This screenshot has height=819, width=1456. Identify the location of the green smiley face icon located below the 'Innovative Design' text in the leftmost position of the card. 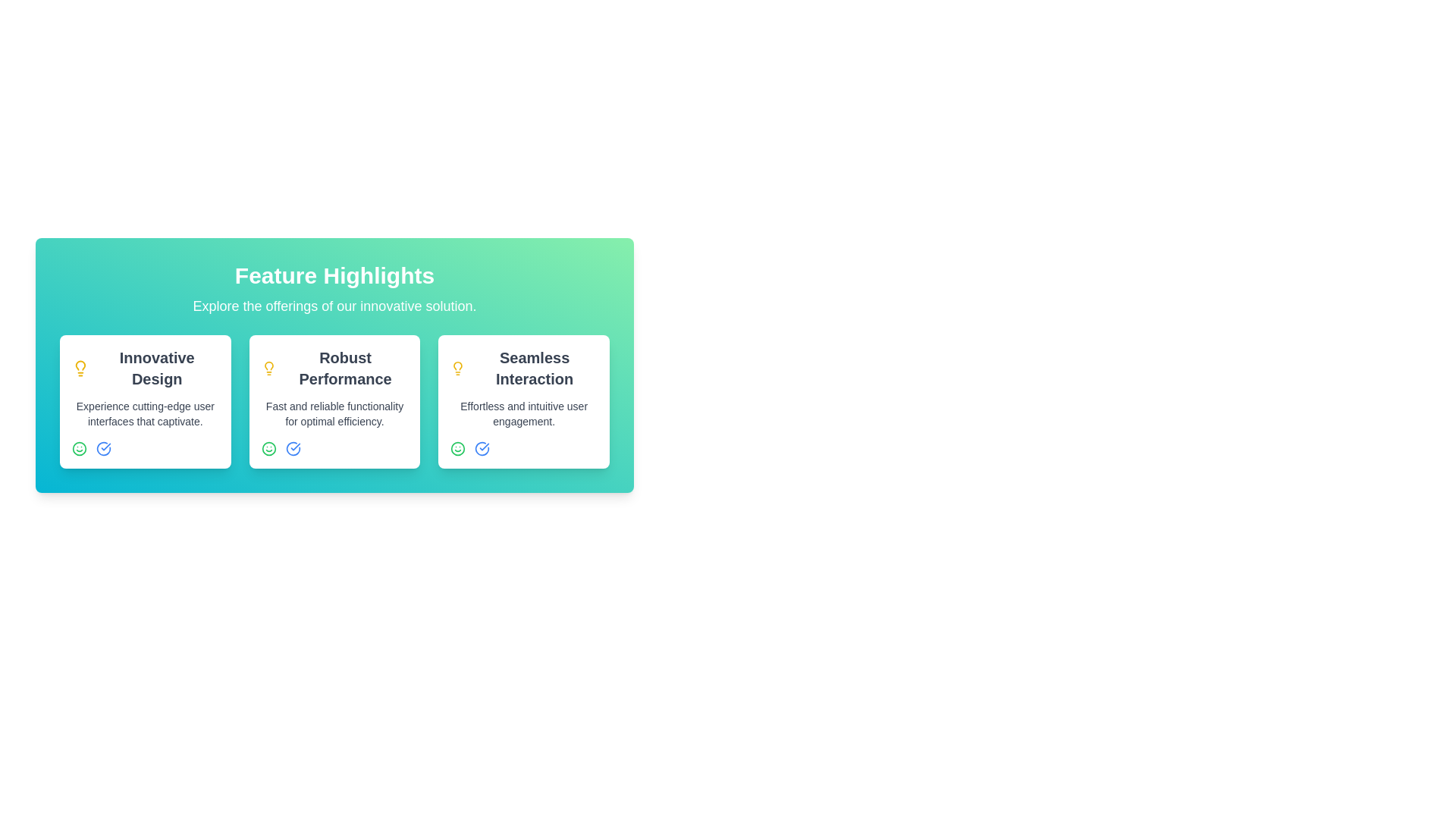
(79, 447).